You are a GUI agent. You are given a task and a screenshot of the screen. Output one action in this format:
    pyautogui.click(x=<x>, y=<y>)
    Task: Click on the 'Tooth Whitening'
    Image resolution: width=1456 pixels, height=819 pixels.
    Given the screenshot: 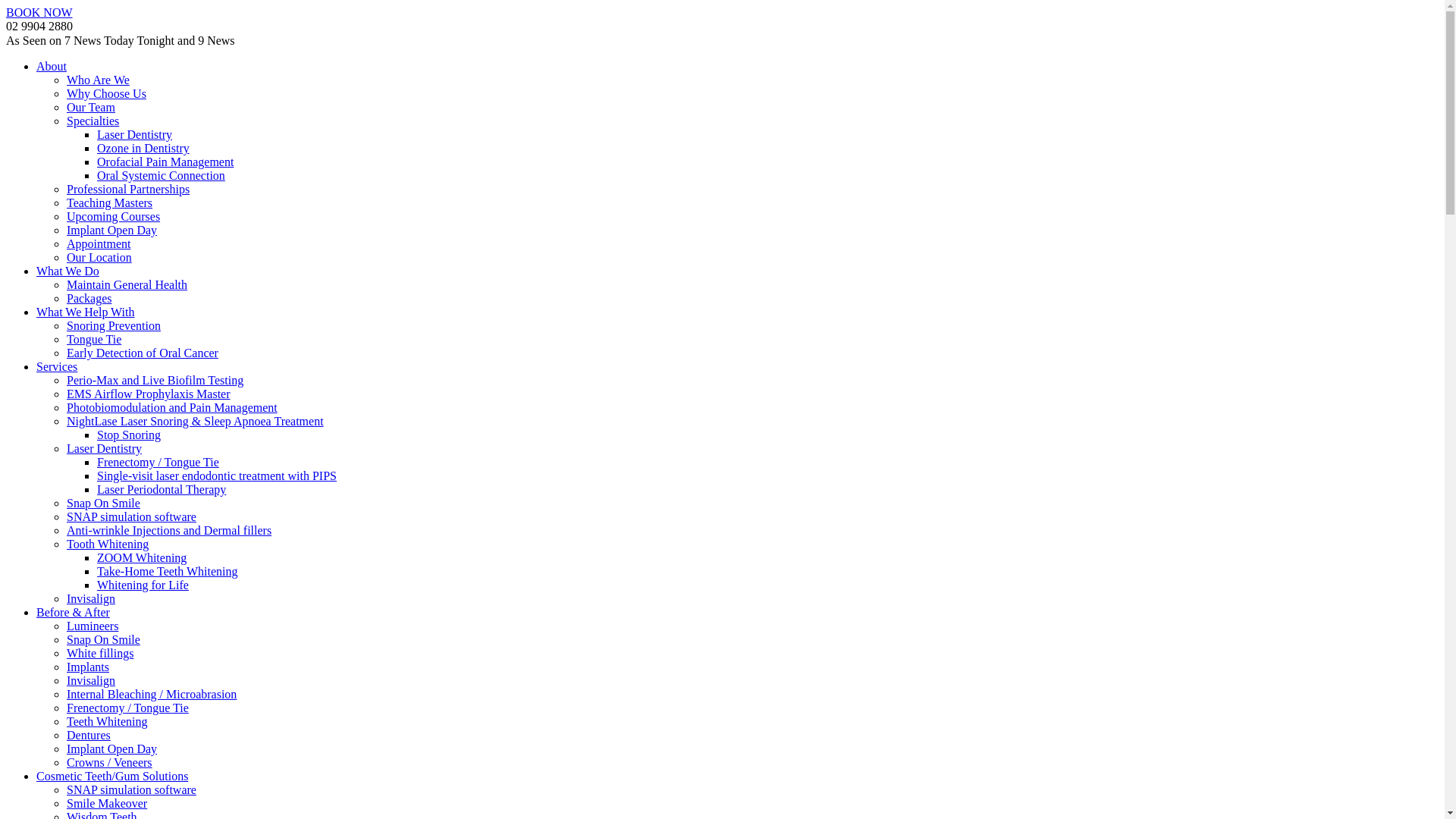 What is the action you would take?
    pyautogui.click(x=107, y=543)
    